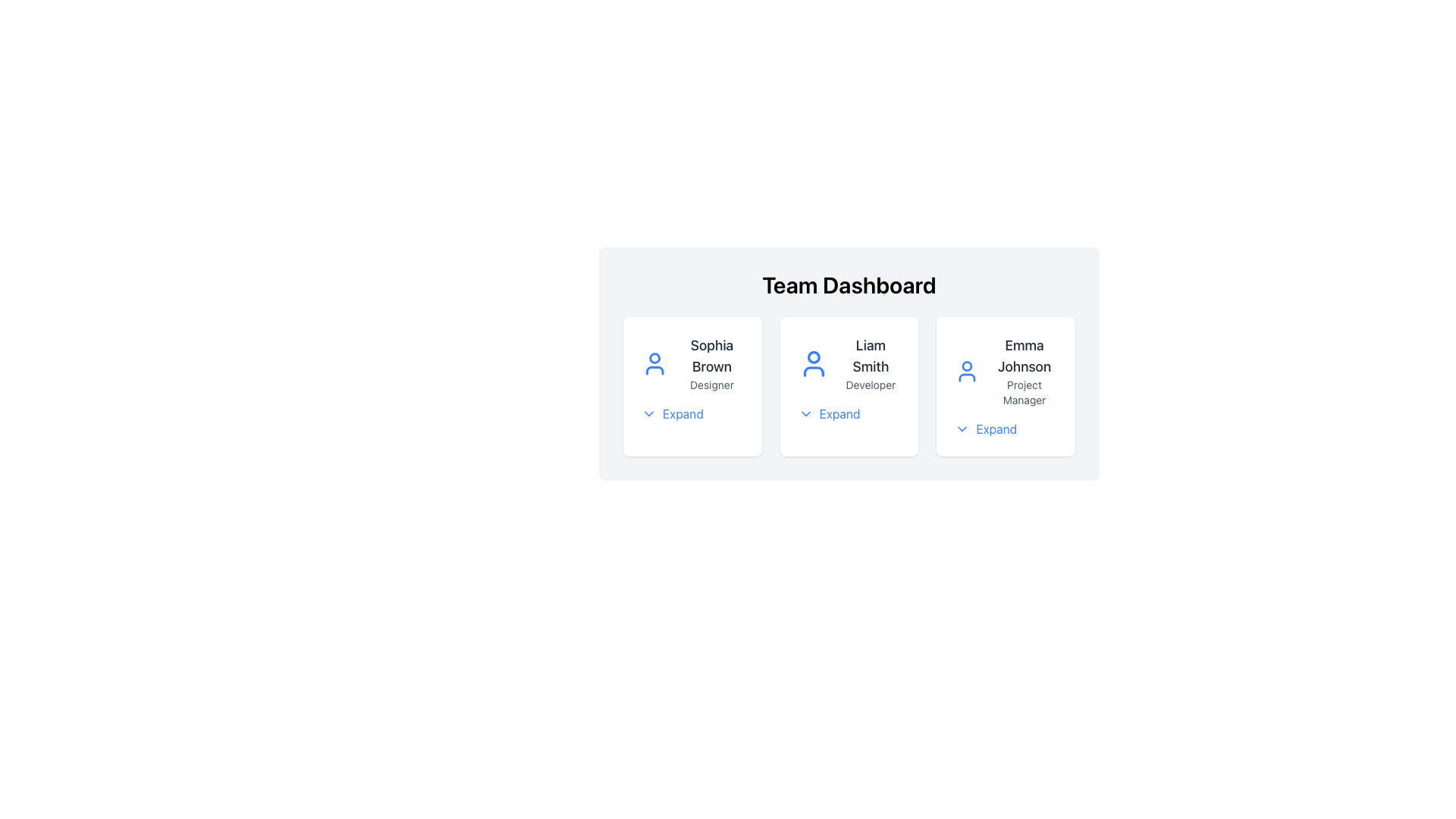 Image resolution: width=1456 pixels, height=819 pixels. Describe the element at coordinates (813, 357) in the screenshot. I see `the circular icon representing the user avatar for 'Liam Smith' in the second card of the 'Team Dashboard' interface` at that location.